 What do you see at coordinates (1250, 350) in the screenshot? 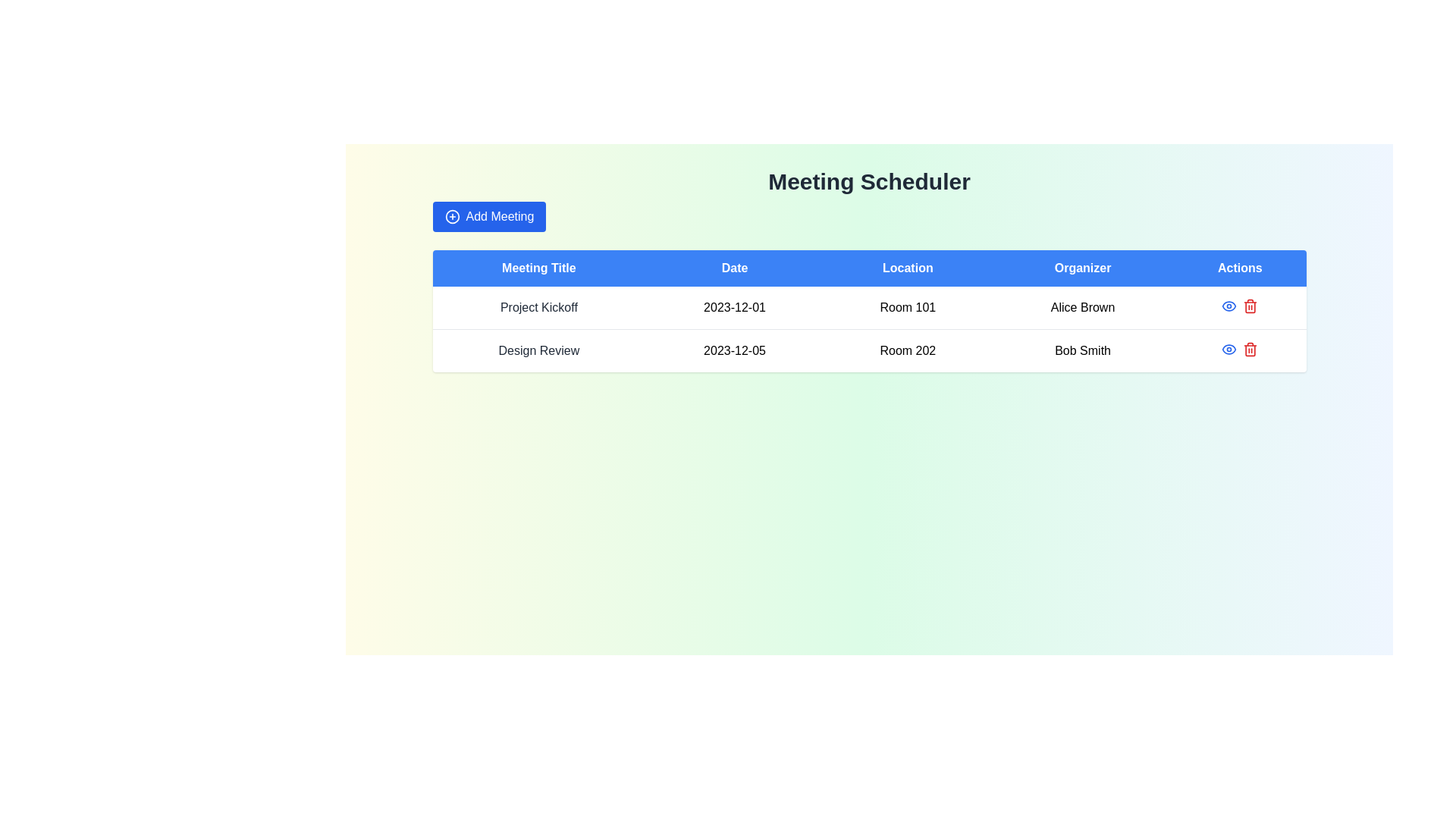
I see `the delete button (trash icon) located in the second row of the table under the 'Actions' column` at bounding box center [1250, 350].